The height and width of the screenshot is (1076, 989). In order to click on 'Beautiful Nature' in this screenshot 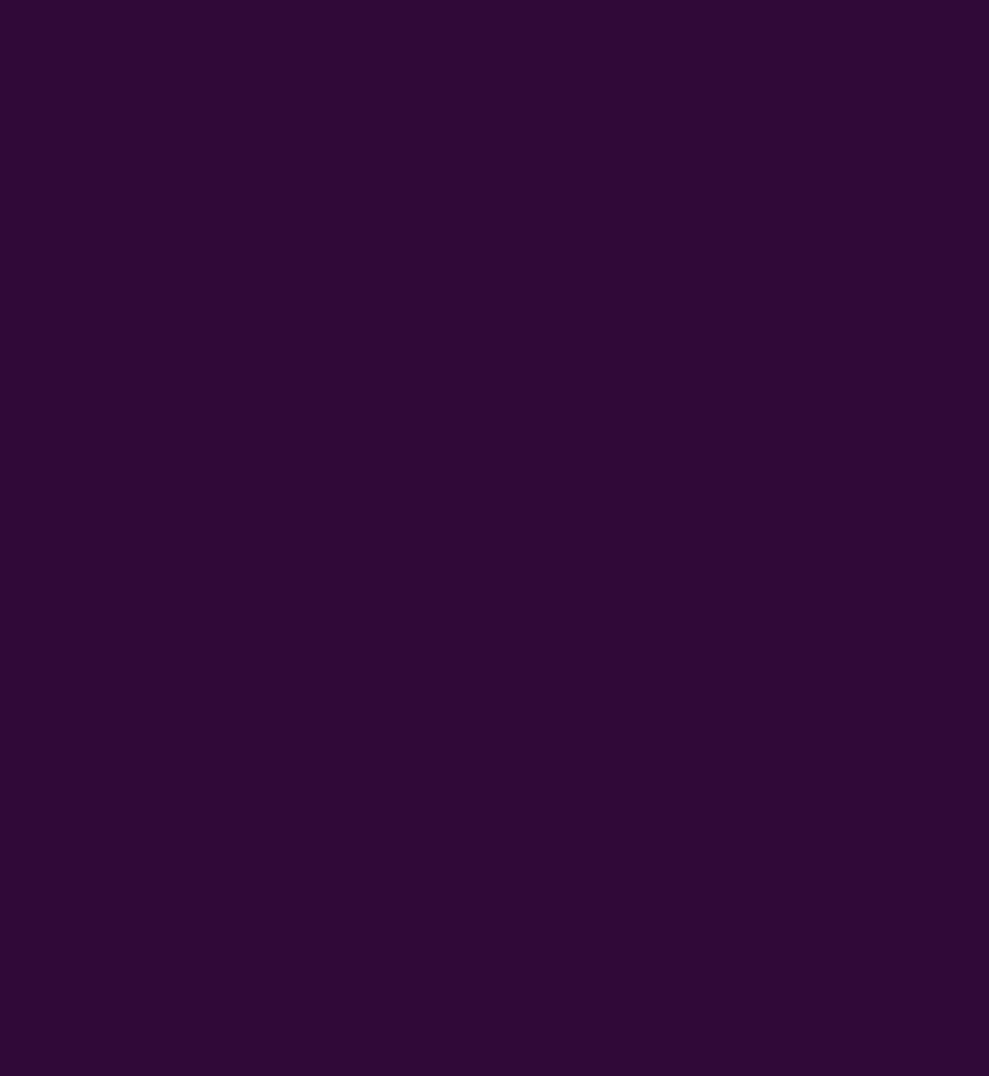, I will do `click(108, 149)`.